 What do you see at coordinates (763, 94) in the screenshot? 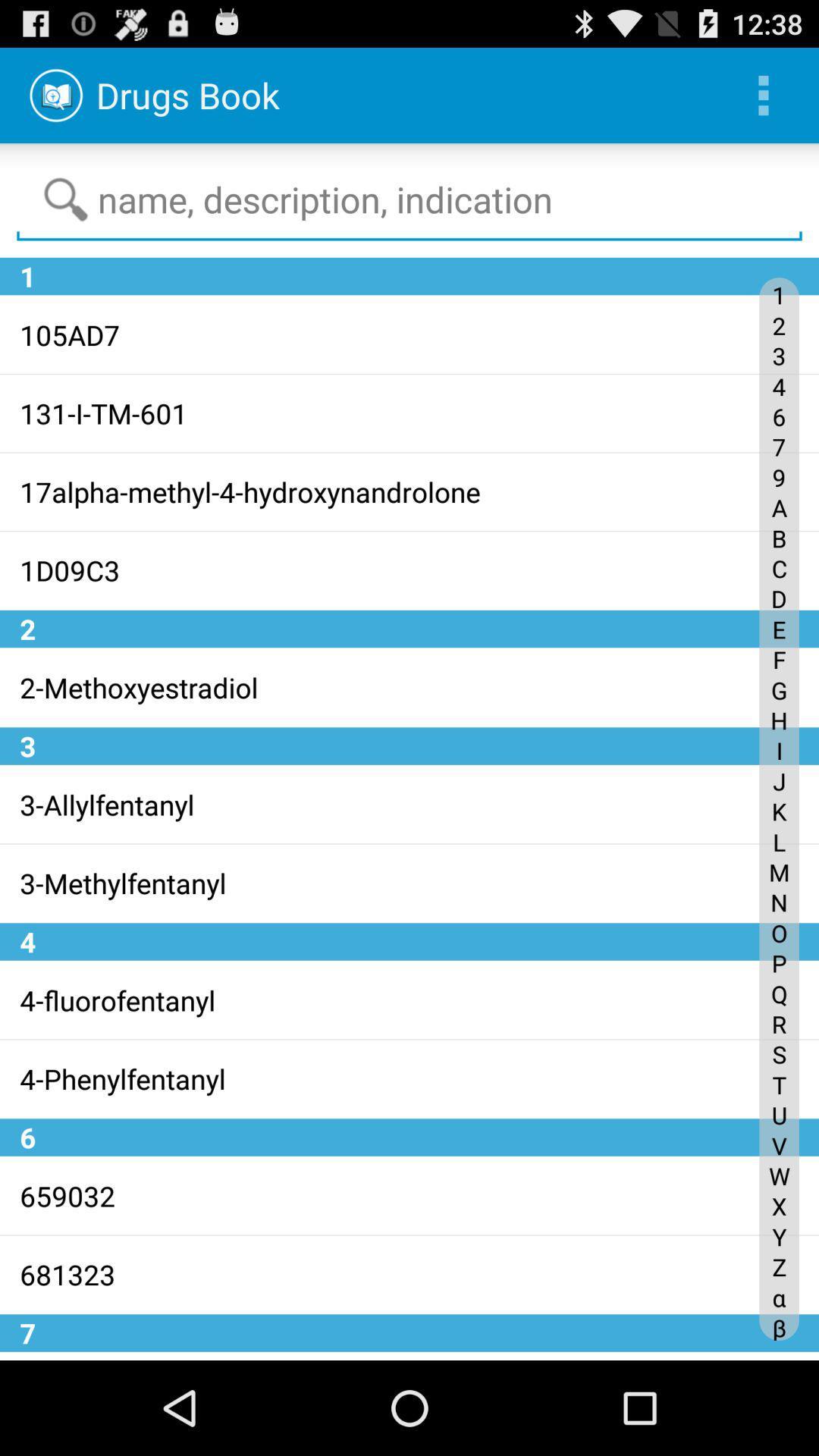
I see `the icon at the top right corner of the page` at bounding box center [763, 94].